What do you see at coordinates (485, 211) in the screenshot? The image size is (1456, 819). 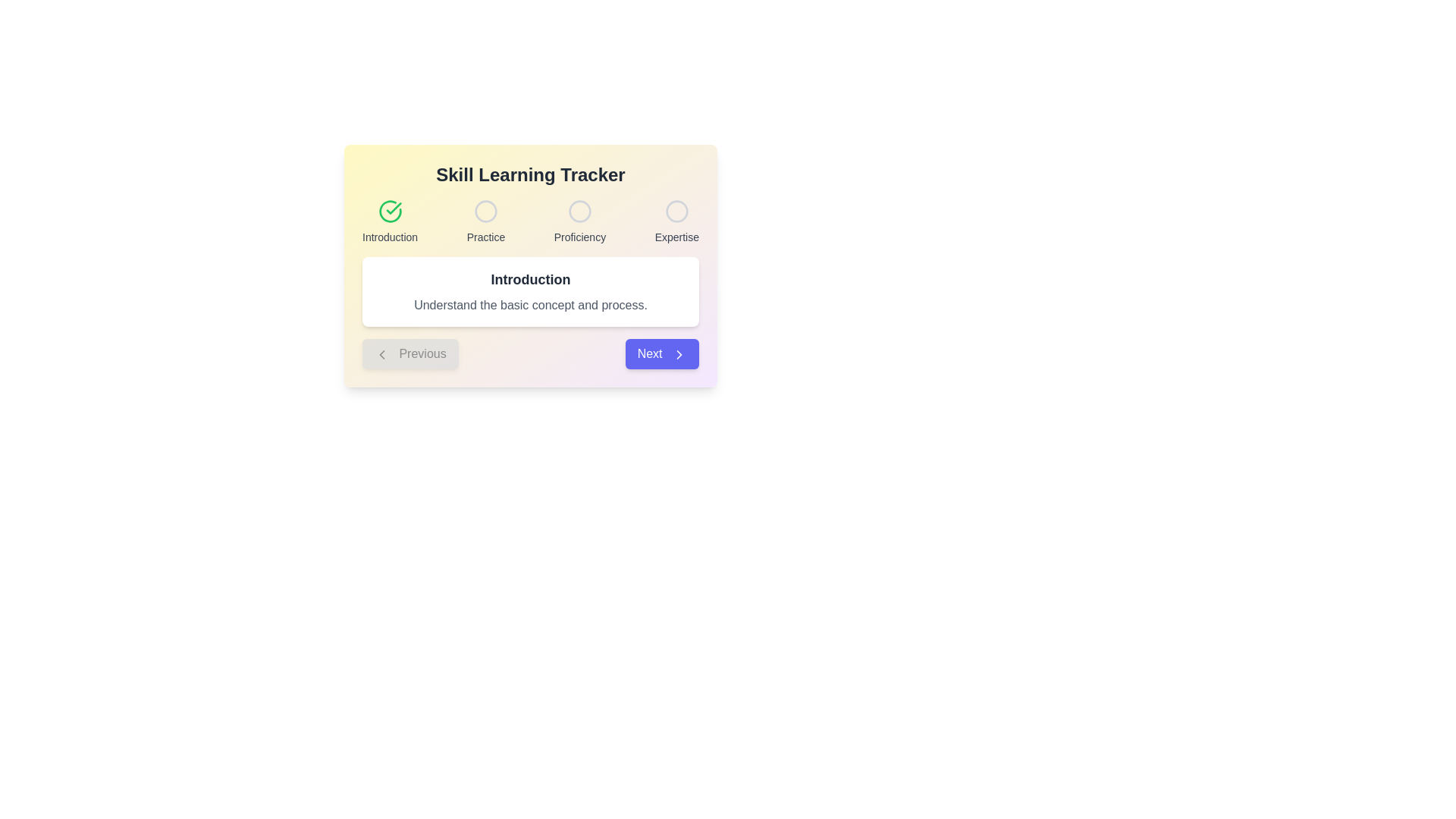 I see `the second circular icon in the 'Skill Learning Tracker' section, which is outlined in light gray and labeled 'Practice'` at bounding box center [485, 211].